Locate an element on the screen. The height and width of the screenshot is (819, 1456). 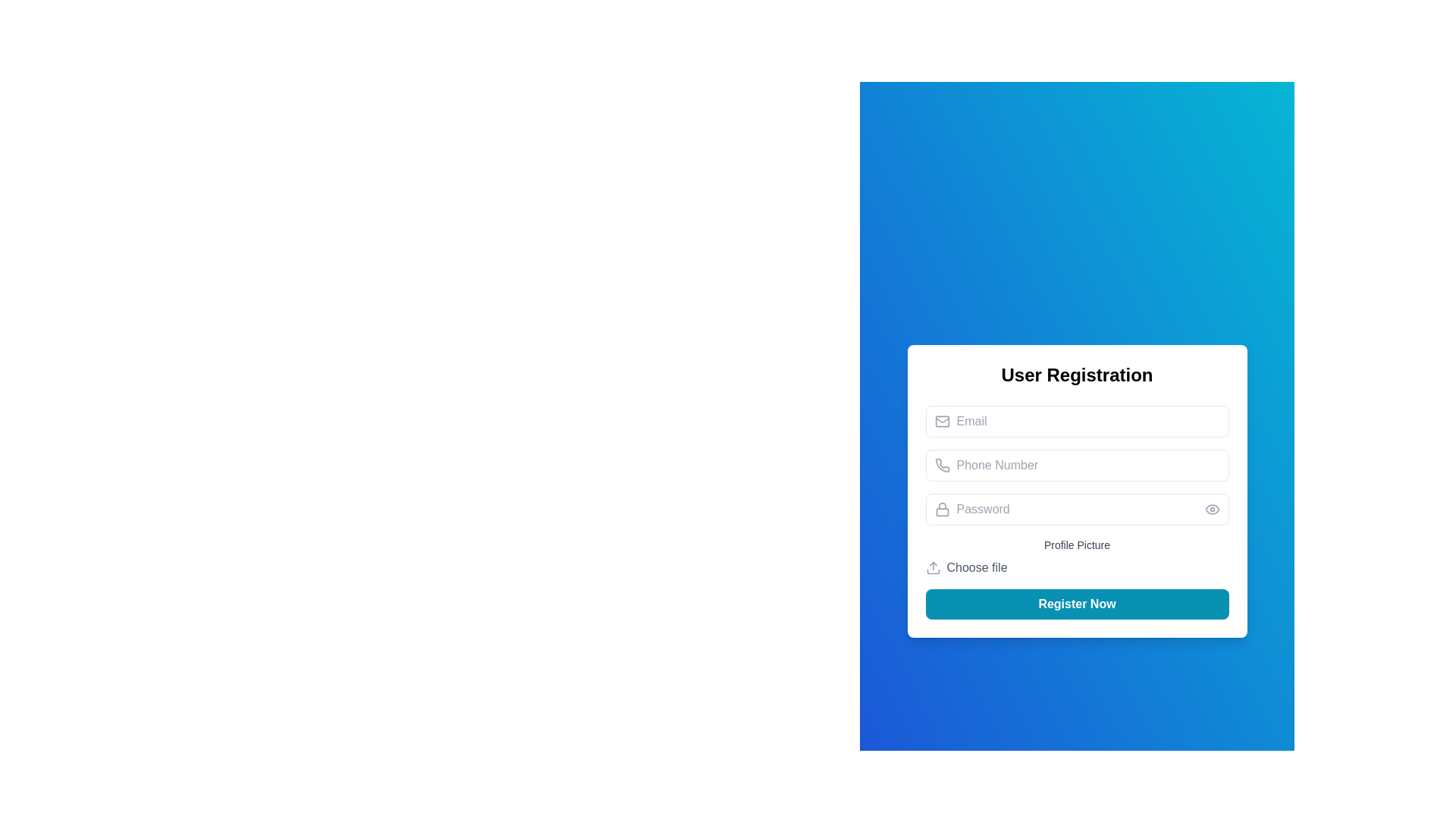
the 'Choose file' label, which is styled with the 'text-gray-600' class and positioned below the 'Profile Picture' label in the user registration form is located at coordinates (977, 567).